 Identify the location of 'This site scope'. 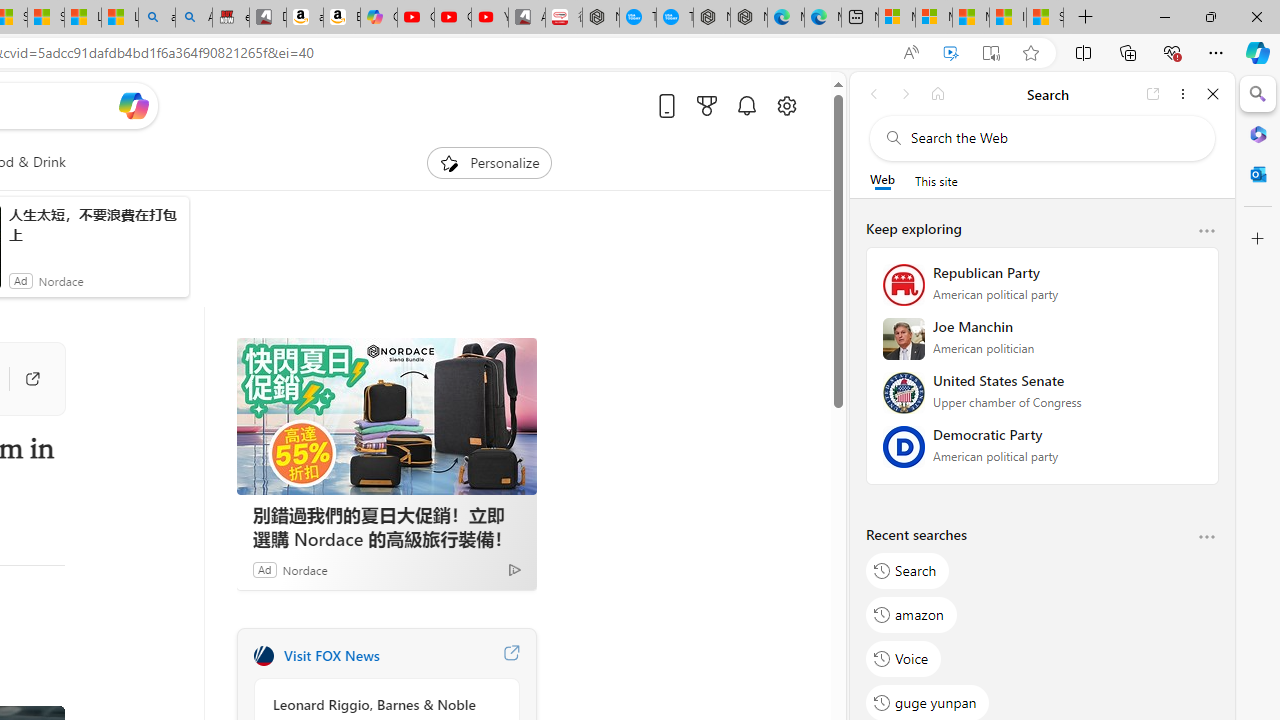
(935, 180).